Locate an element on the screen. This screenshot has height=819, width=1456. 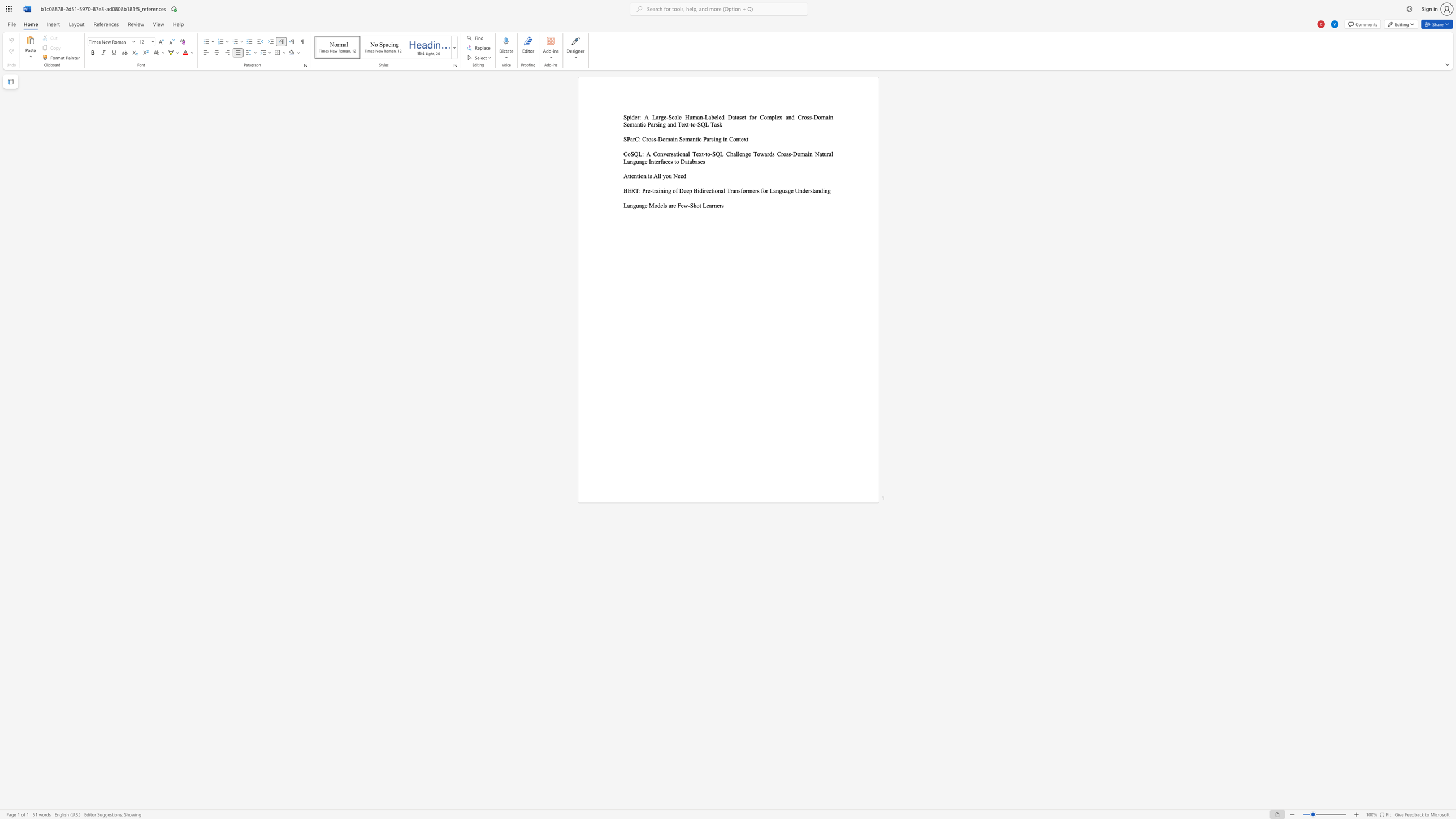
the 2th character "P" in the text is located at coordinates (704, 138).